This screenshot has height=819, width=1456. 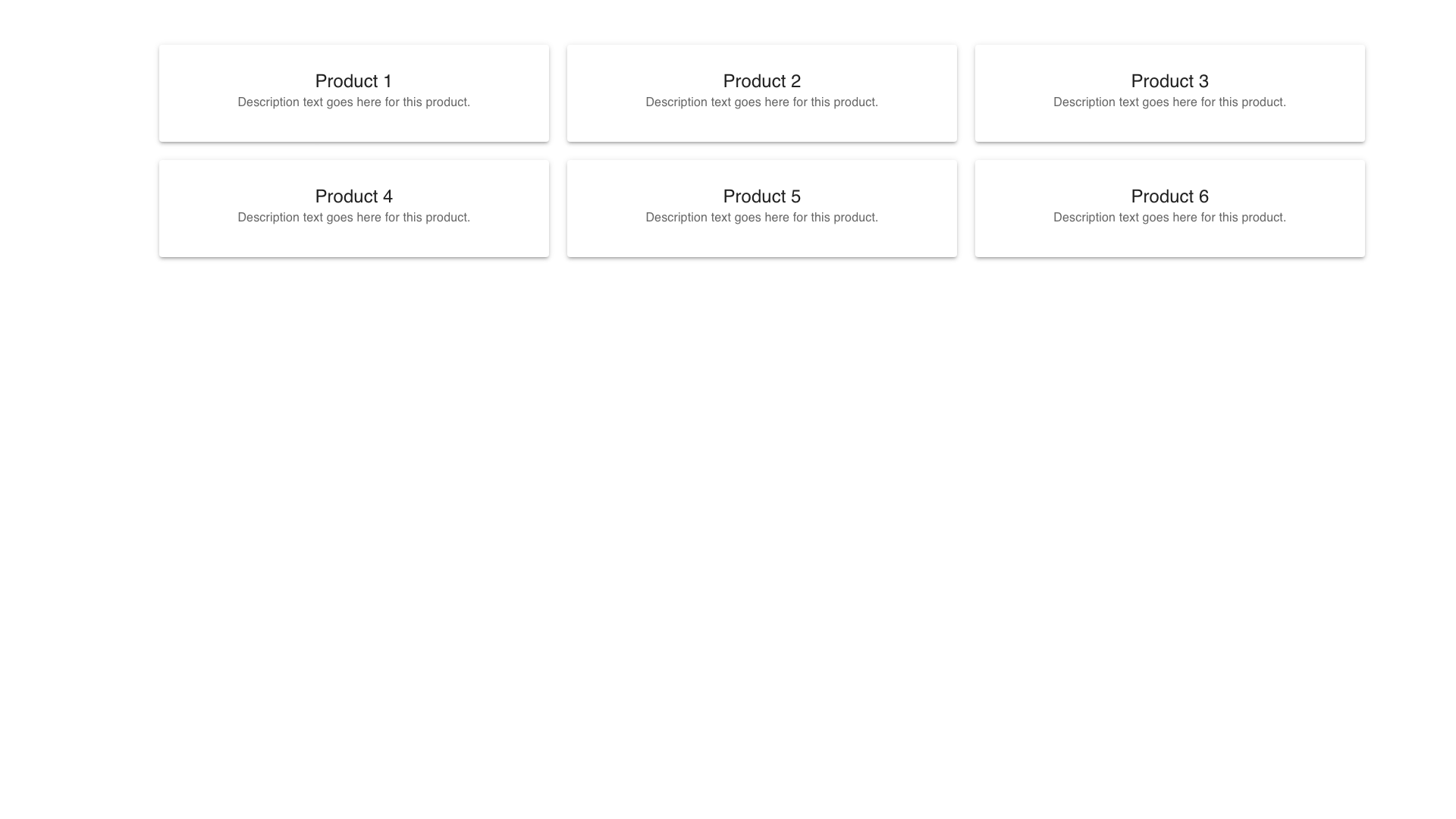 I want to click on the product title text block located in the top-left card of the grid layout, so click(x=353, y=81).